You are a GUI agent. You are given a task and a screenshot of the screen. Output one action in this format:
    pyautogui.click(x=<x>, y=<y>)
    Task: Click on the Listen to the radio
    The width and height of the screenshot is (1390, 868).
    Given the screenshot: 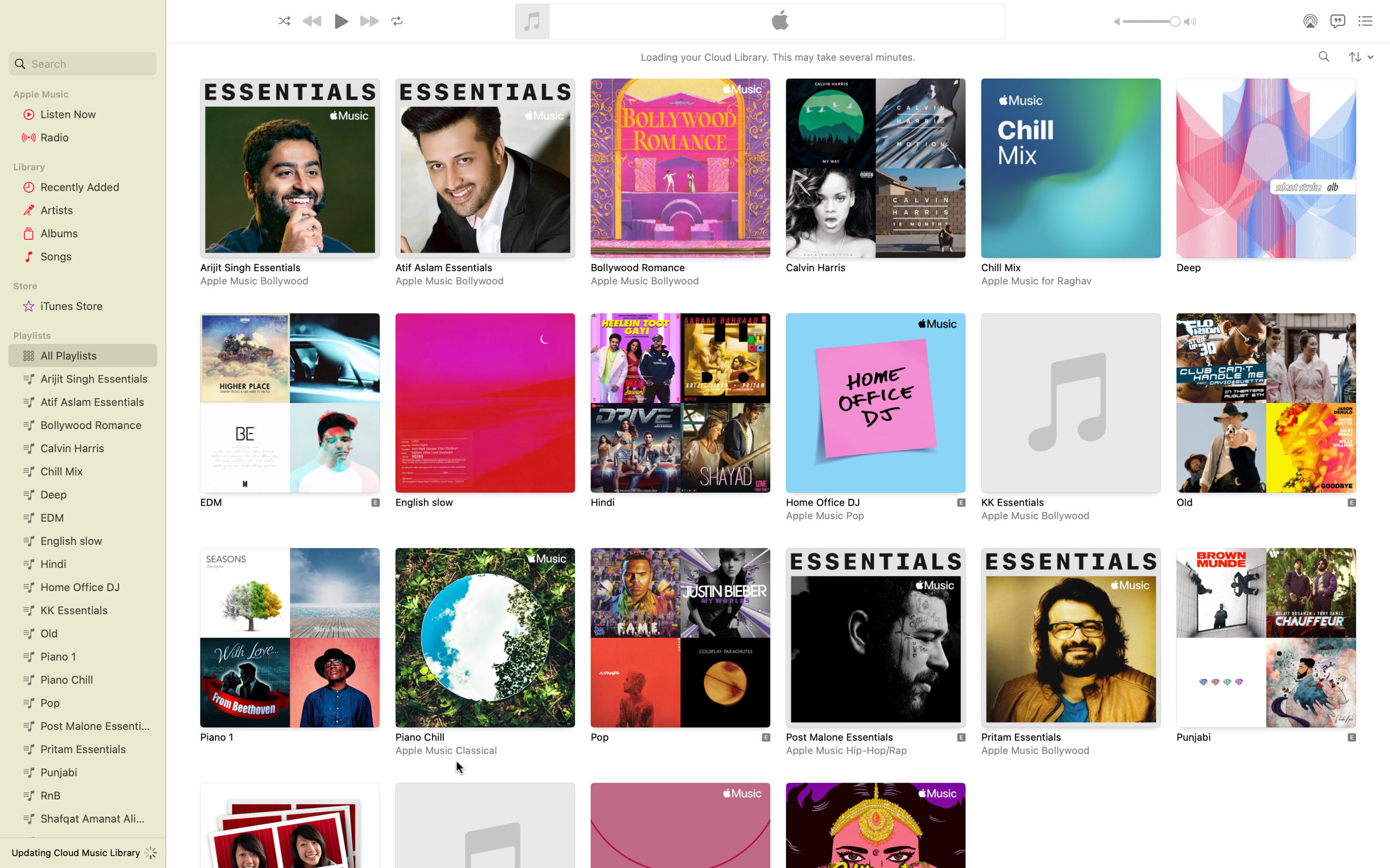 What is the action you would take?
    pyautogui.click(x=82, y=138)
    